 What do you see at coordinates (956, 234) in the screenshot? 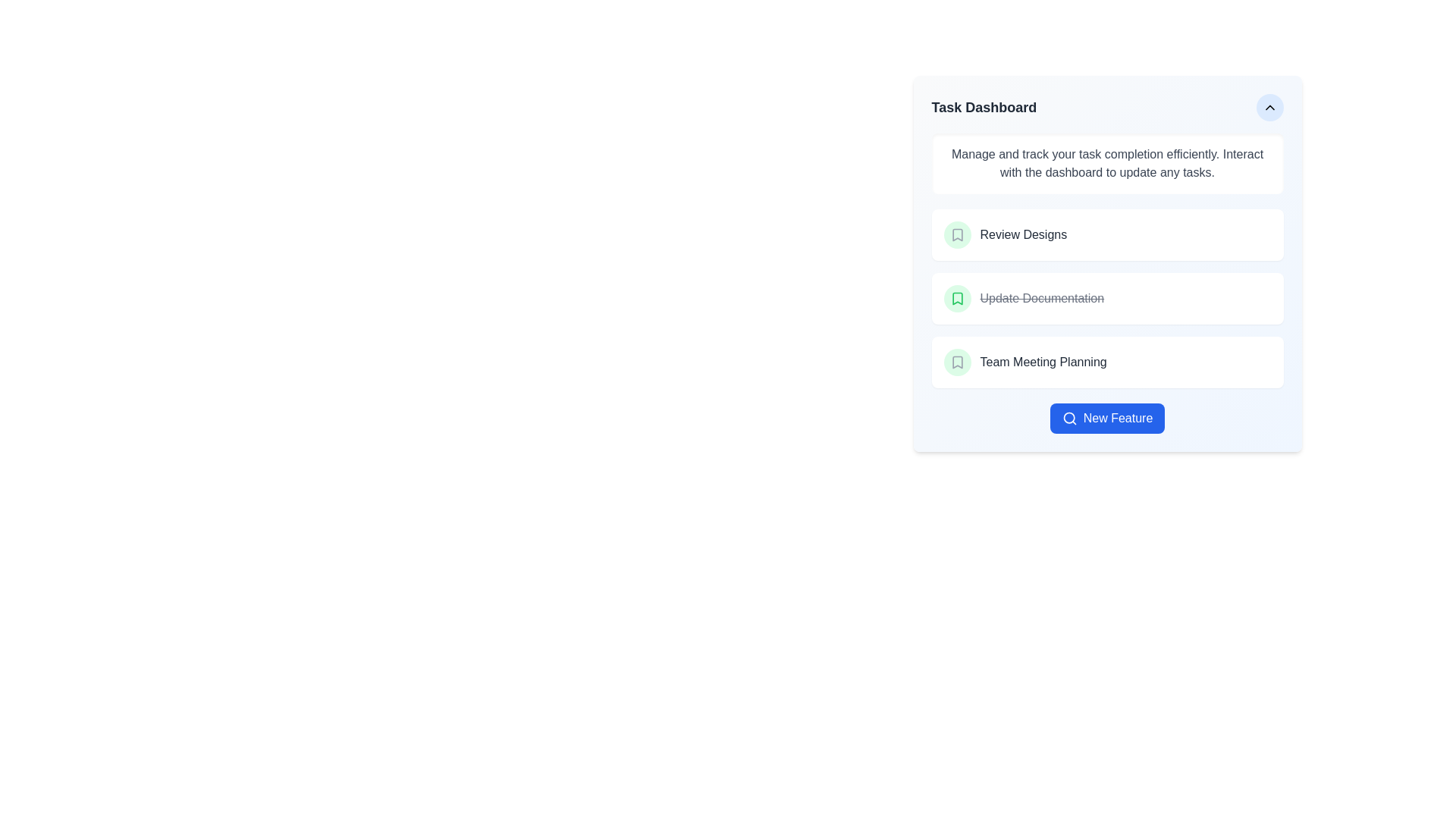
I see `the bookmark icon located within the first item of the list under 'Task Dashboard', which is enclosed in the rounded rectangle button labeled 'Review Designs'` at bounding box center [956, 234].